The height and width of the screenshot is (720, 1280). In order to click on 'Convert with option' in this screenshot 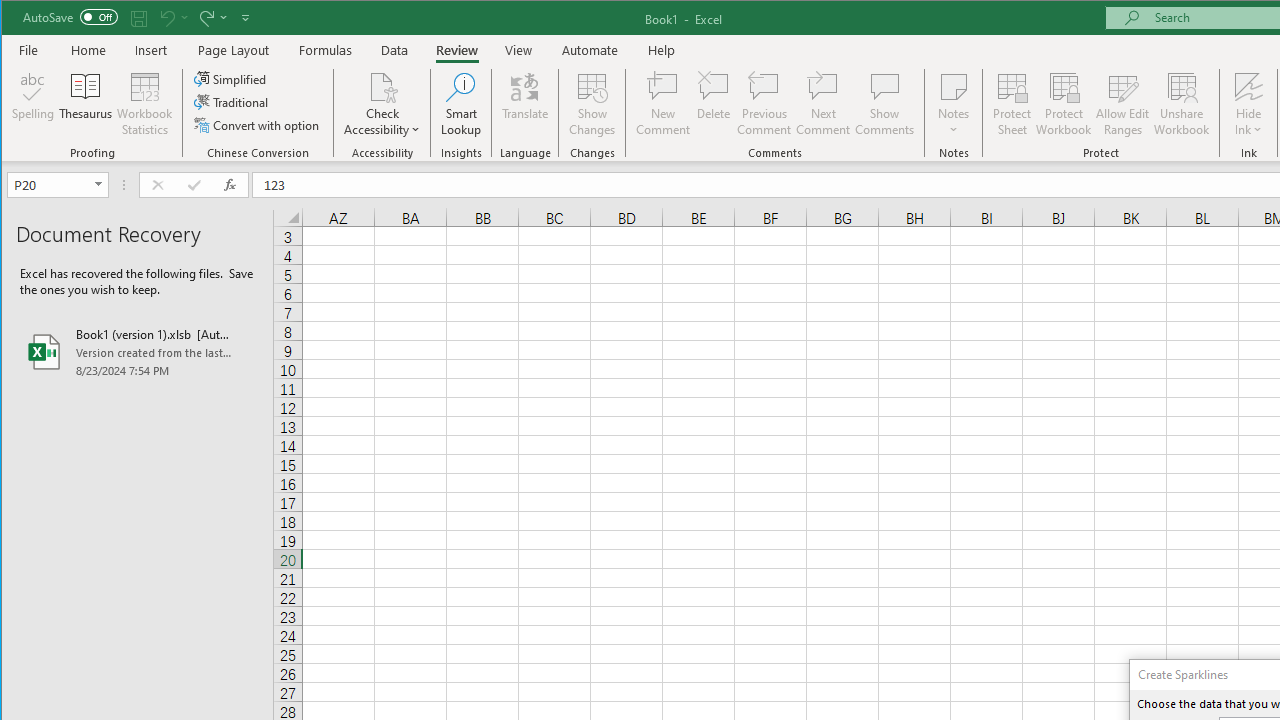, I will do `click(257, 125)`.